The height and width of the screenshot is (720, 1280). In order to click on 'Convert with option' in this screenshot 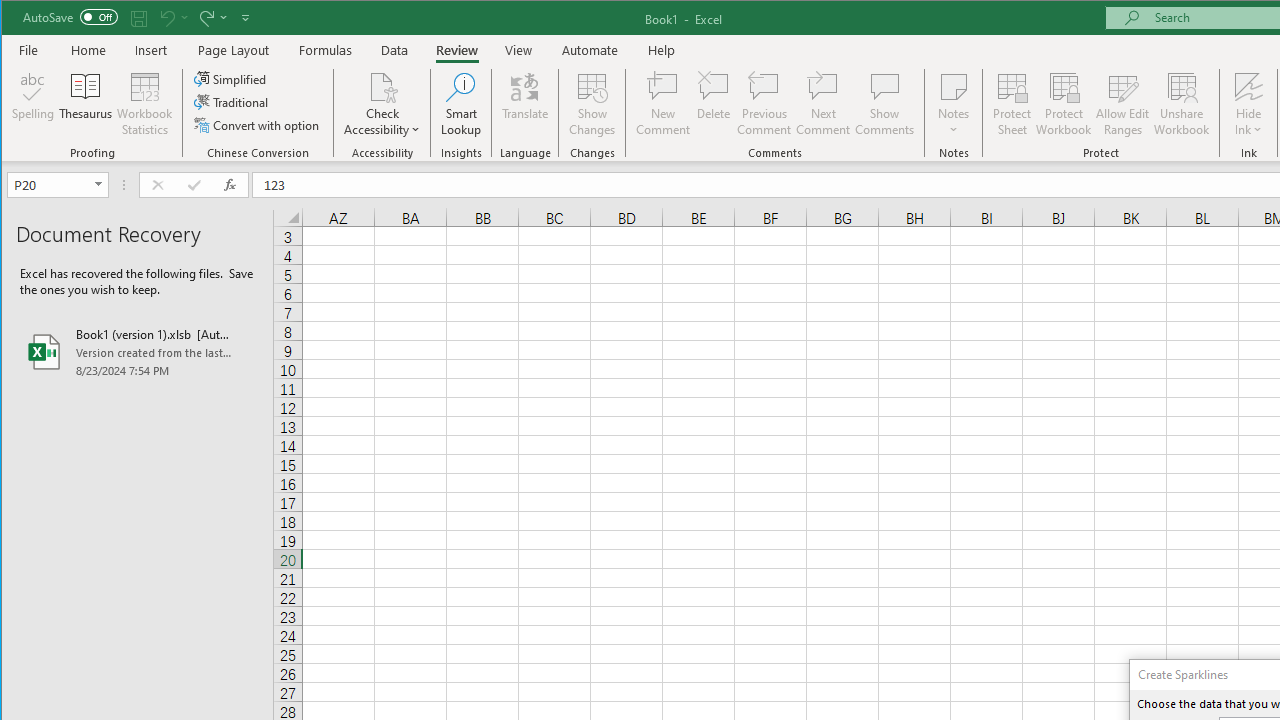, I will do `click(257, 125)`.